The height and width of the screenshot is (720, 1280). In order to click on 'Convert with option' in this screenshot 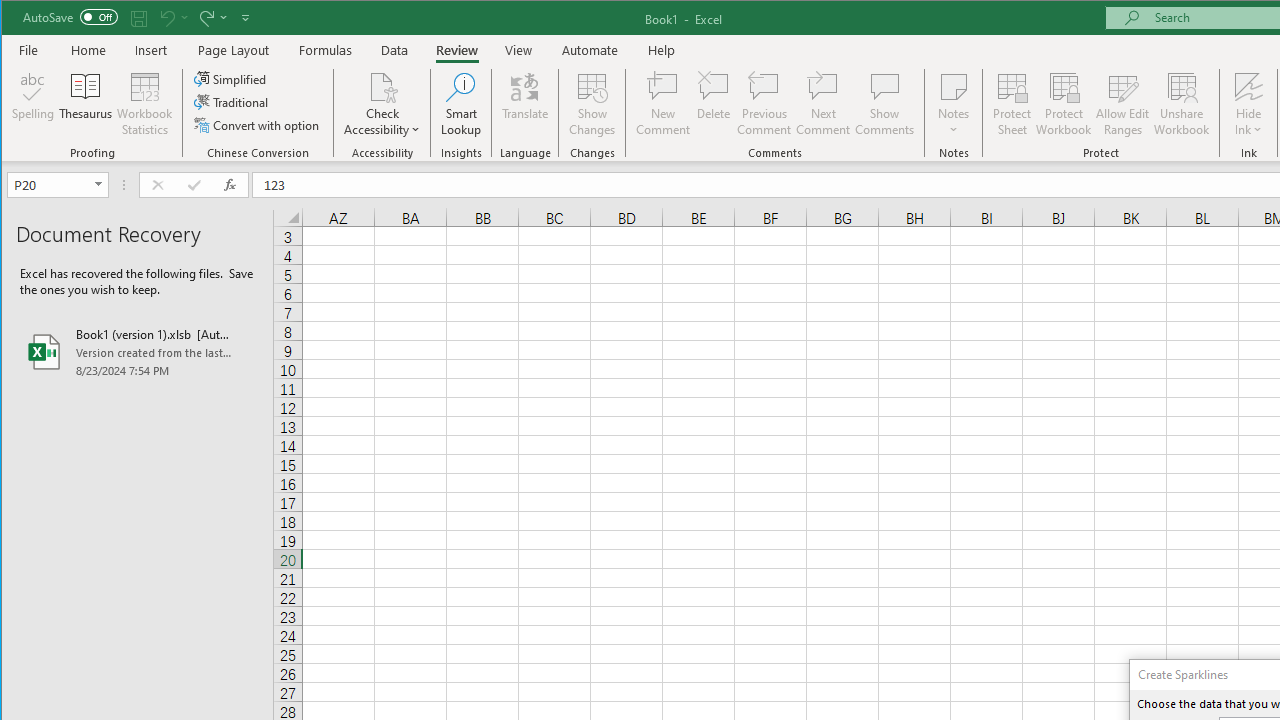, I will do `click(257, 125)`.